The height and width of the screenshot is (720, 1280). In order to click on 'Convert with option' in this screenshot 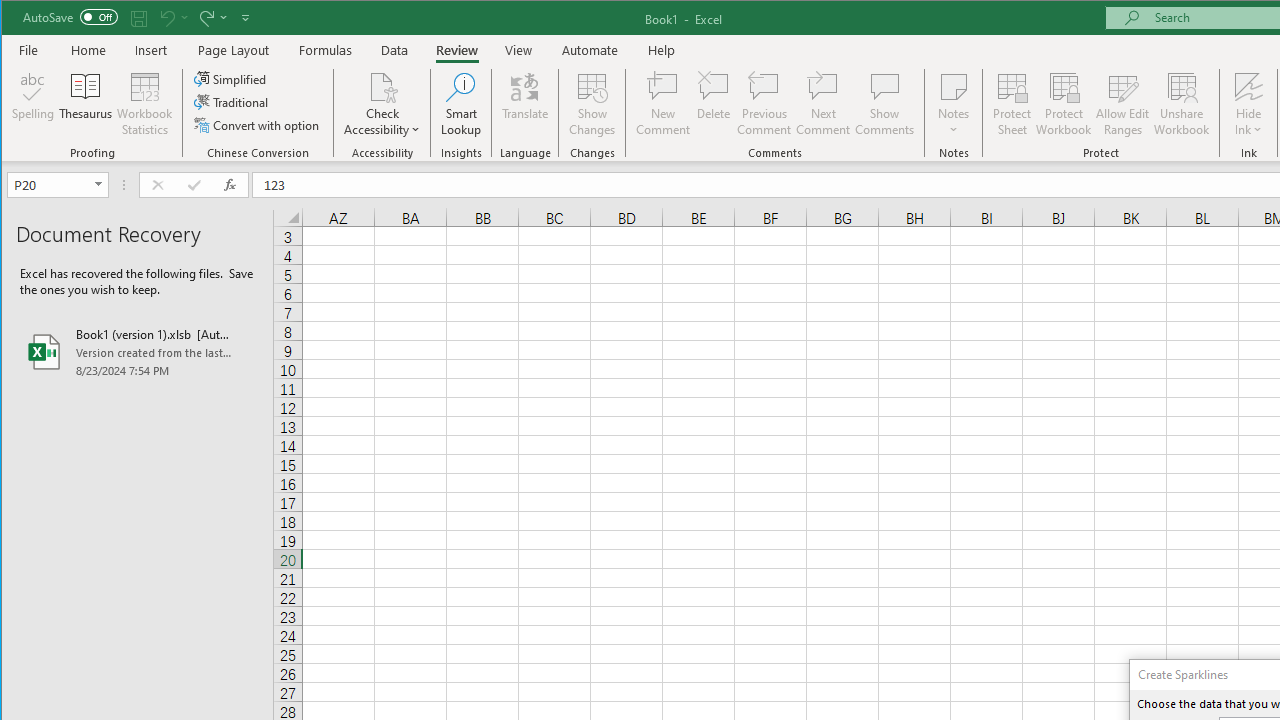, I will do `click(257, 125)`.